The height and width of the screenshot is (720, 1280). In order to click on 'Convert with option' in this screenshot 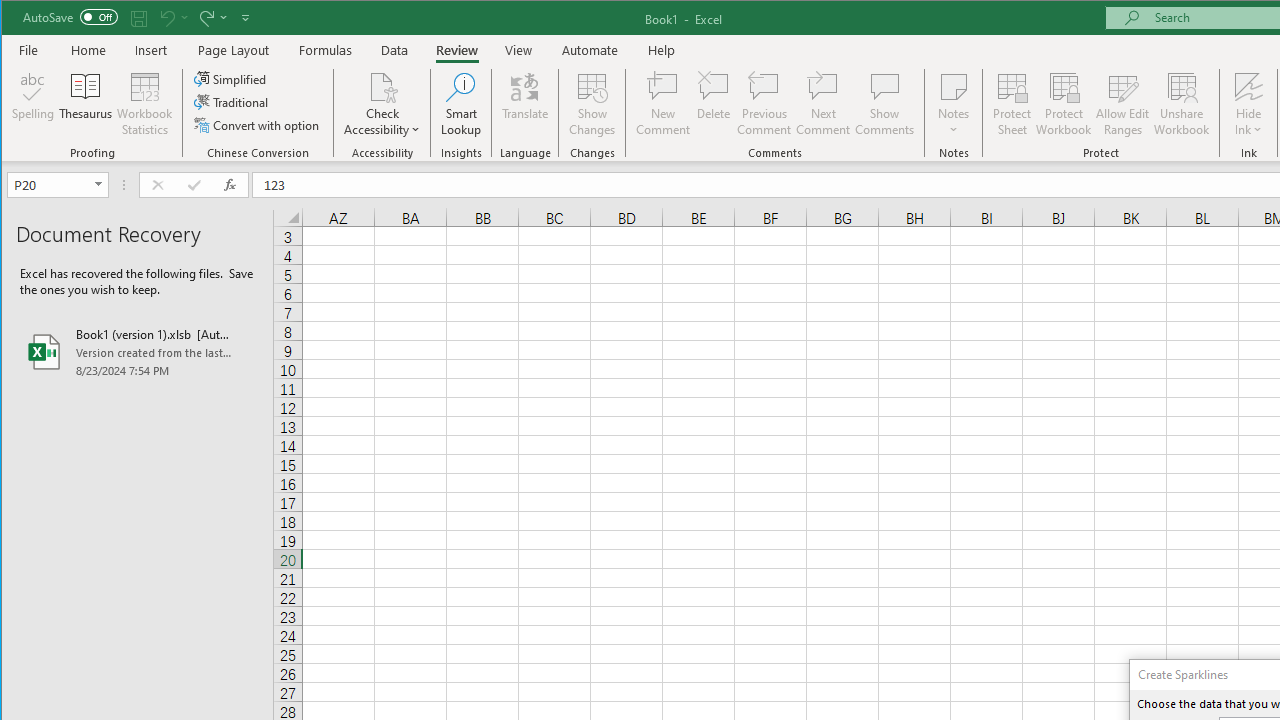, I will do `click(257, 125)`.